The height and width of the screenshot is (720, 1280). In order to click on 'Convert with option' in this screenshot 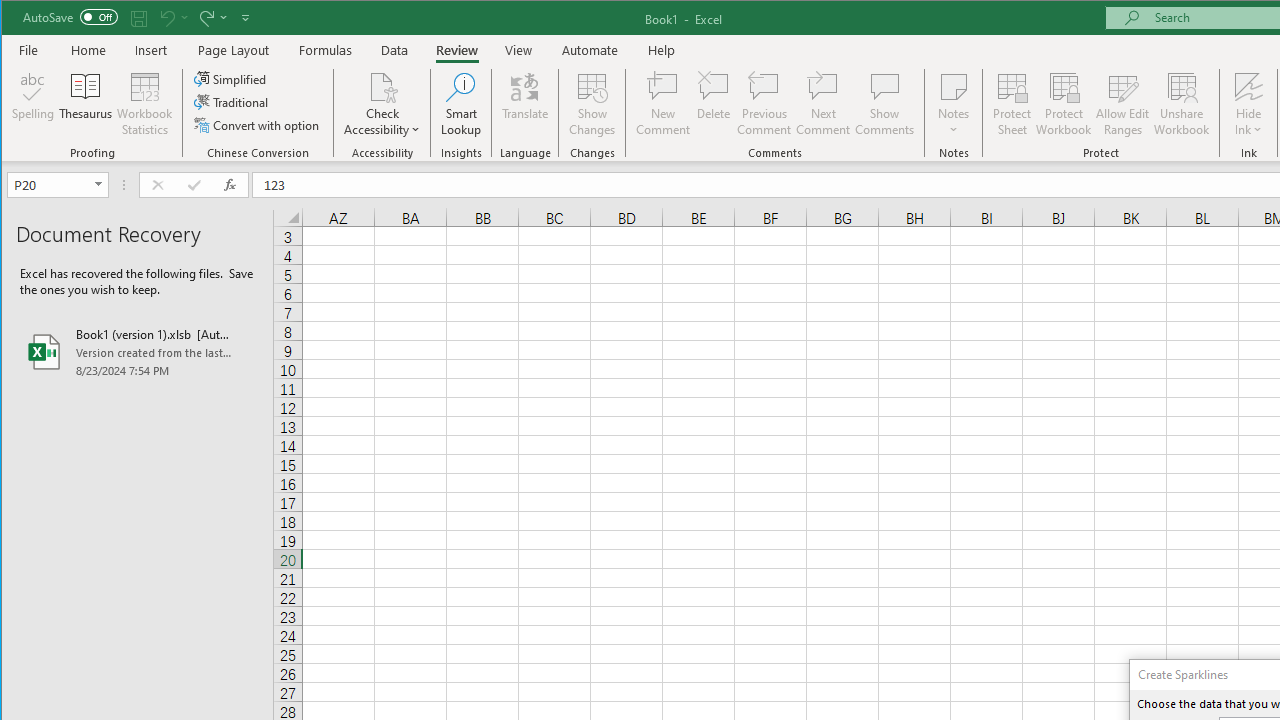, I will do `click(257, 125)`.